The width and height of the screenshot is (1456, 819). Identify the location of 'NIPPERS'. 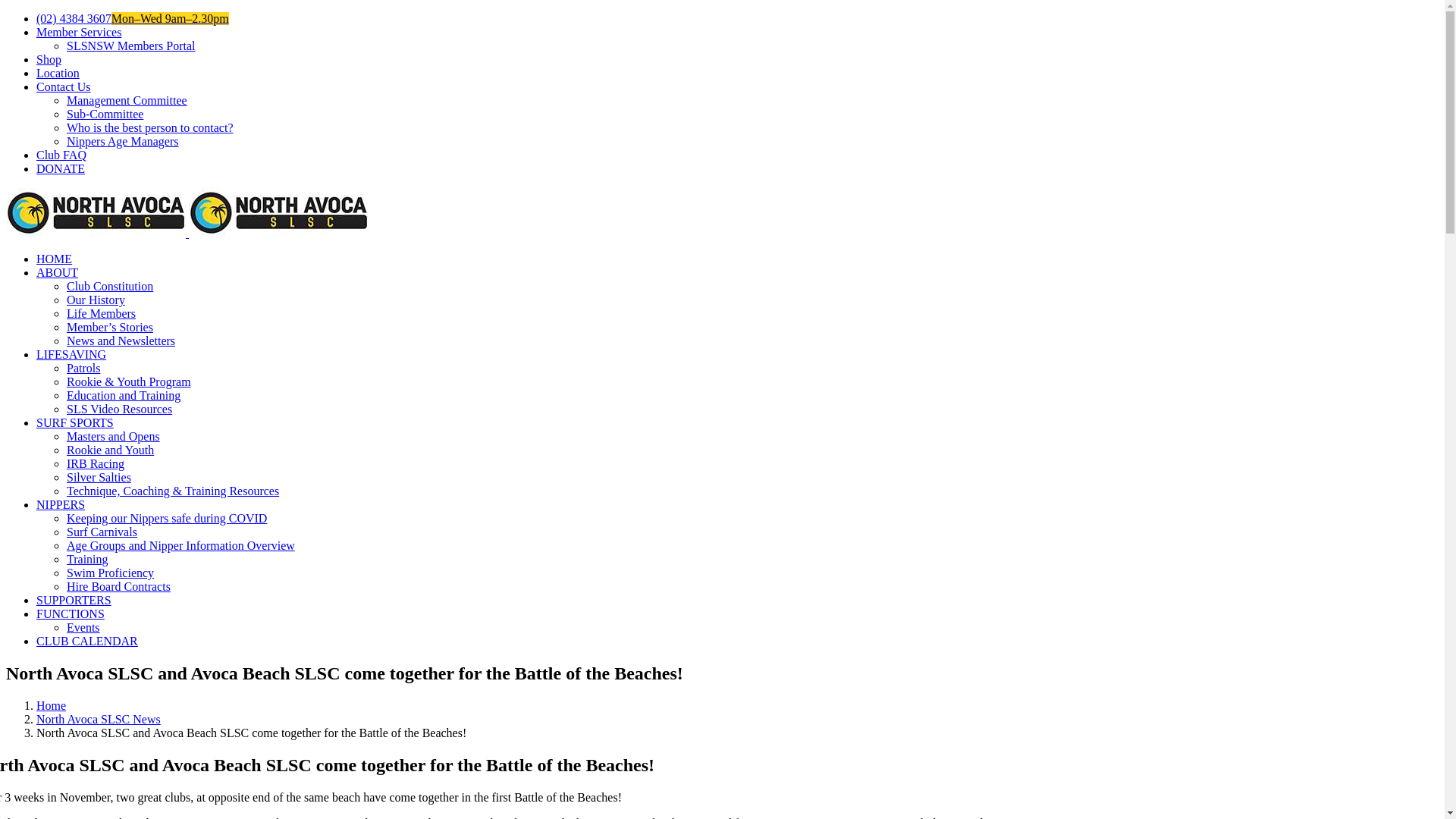
(61, 504).